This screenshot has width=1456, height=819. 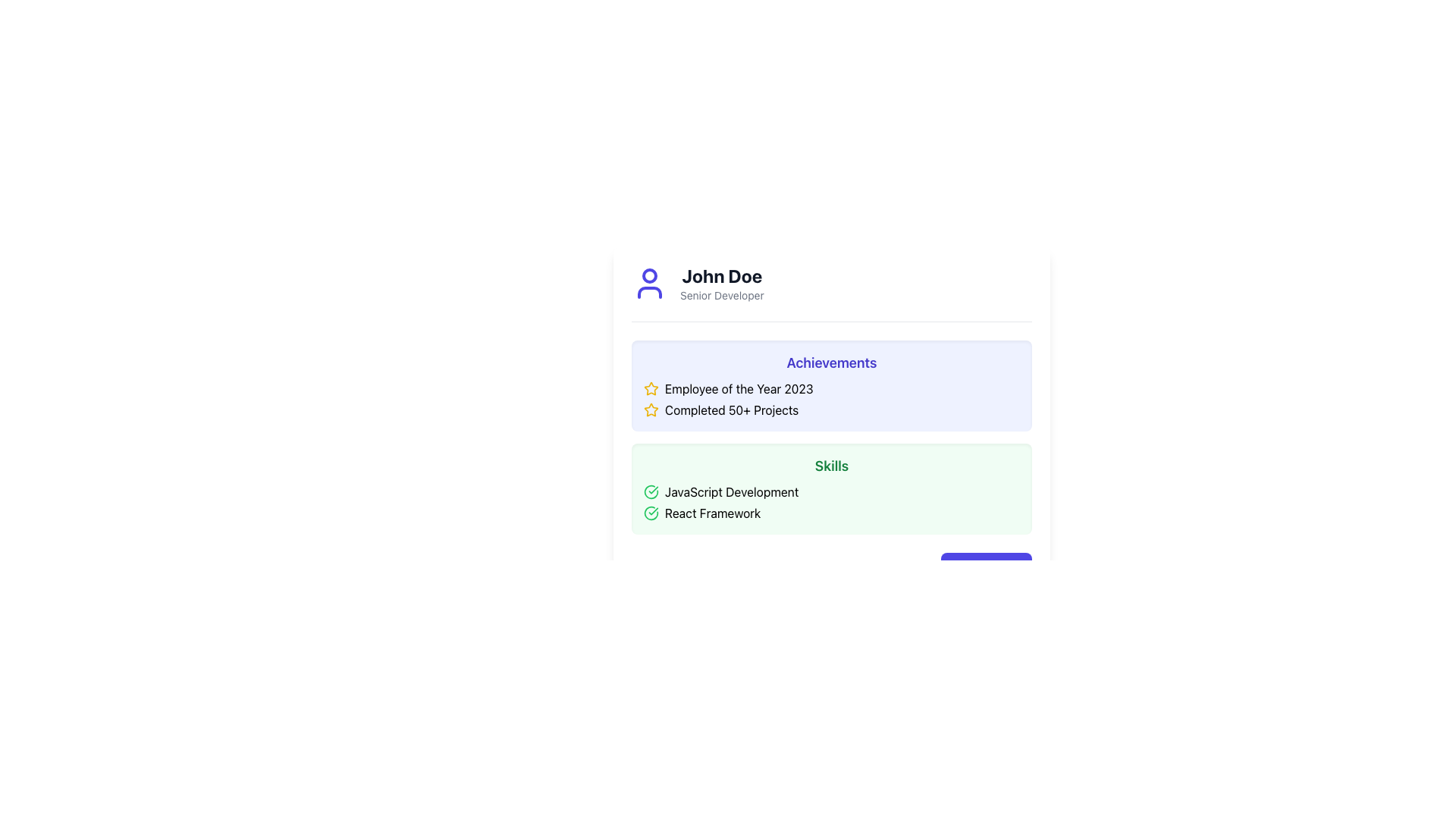 What do you see at coordinates (960, 567) in the screenshot?
I see `the cogwheel icon representing the 'Settings' functionality located within the 'Settings' button near the bottom-right of the interface` at bounding box center [960, 567].